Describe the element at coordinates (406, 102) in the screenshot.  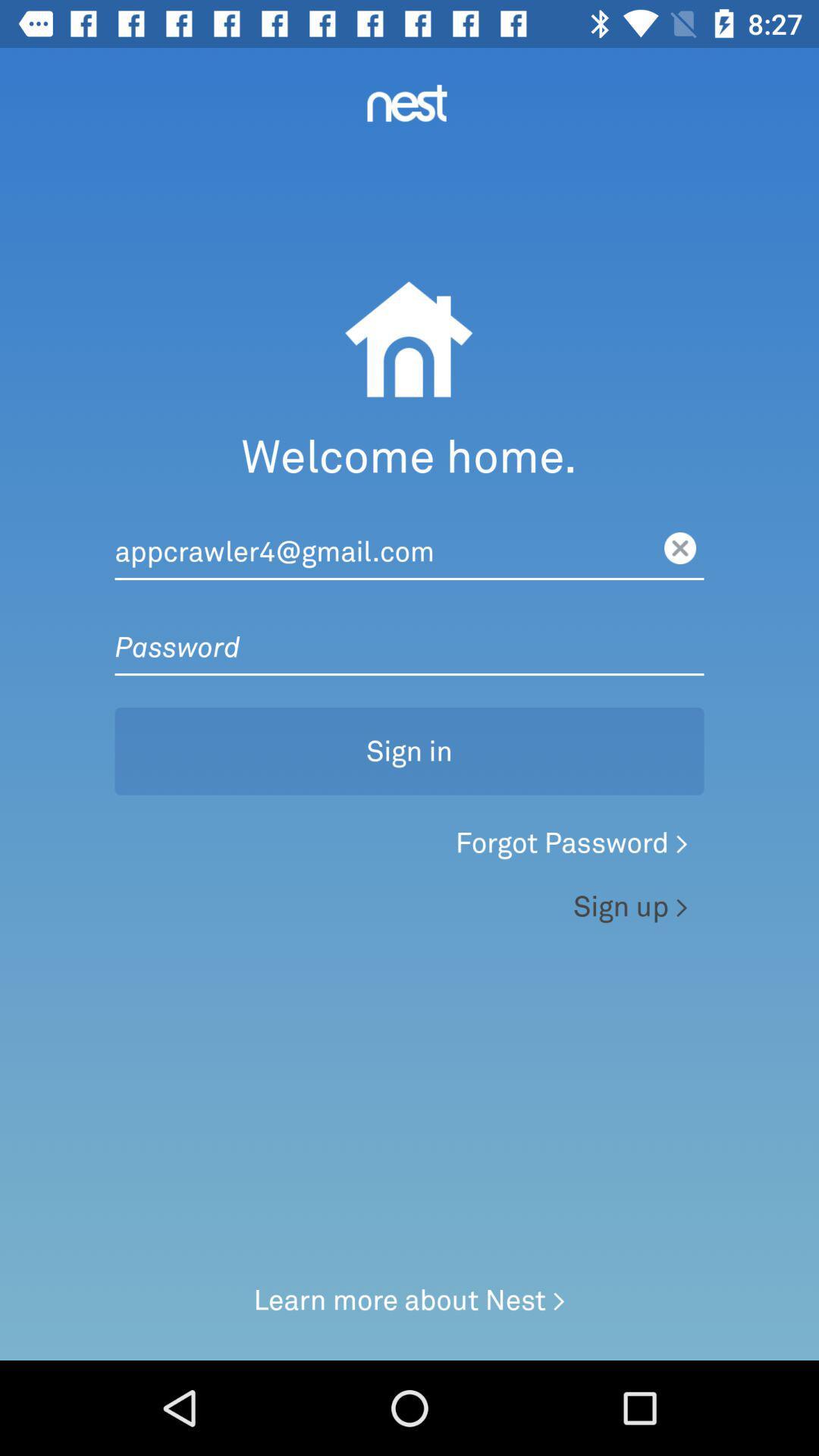
I see `nest` at that location.